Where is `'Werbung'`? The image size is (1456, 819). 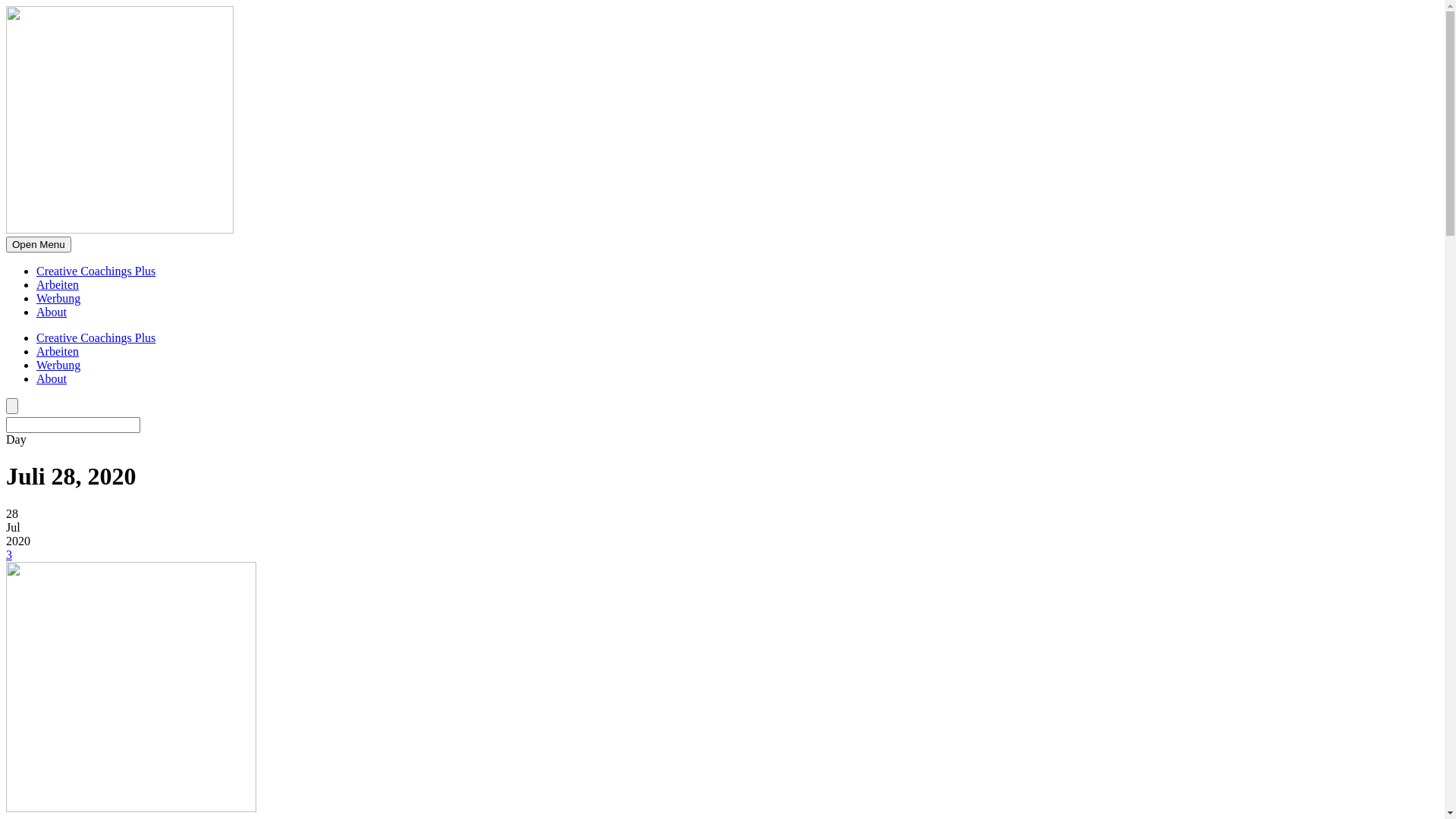
'Werbung' is located at coordinates (58, 298).